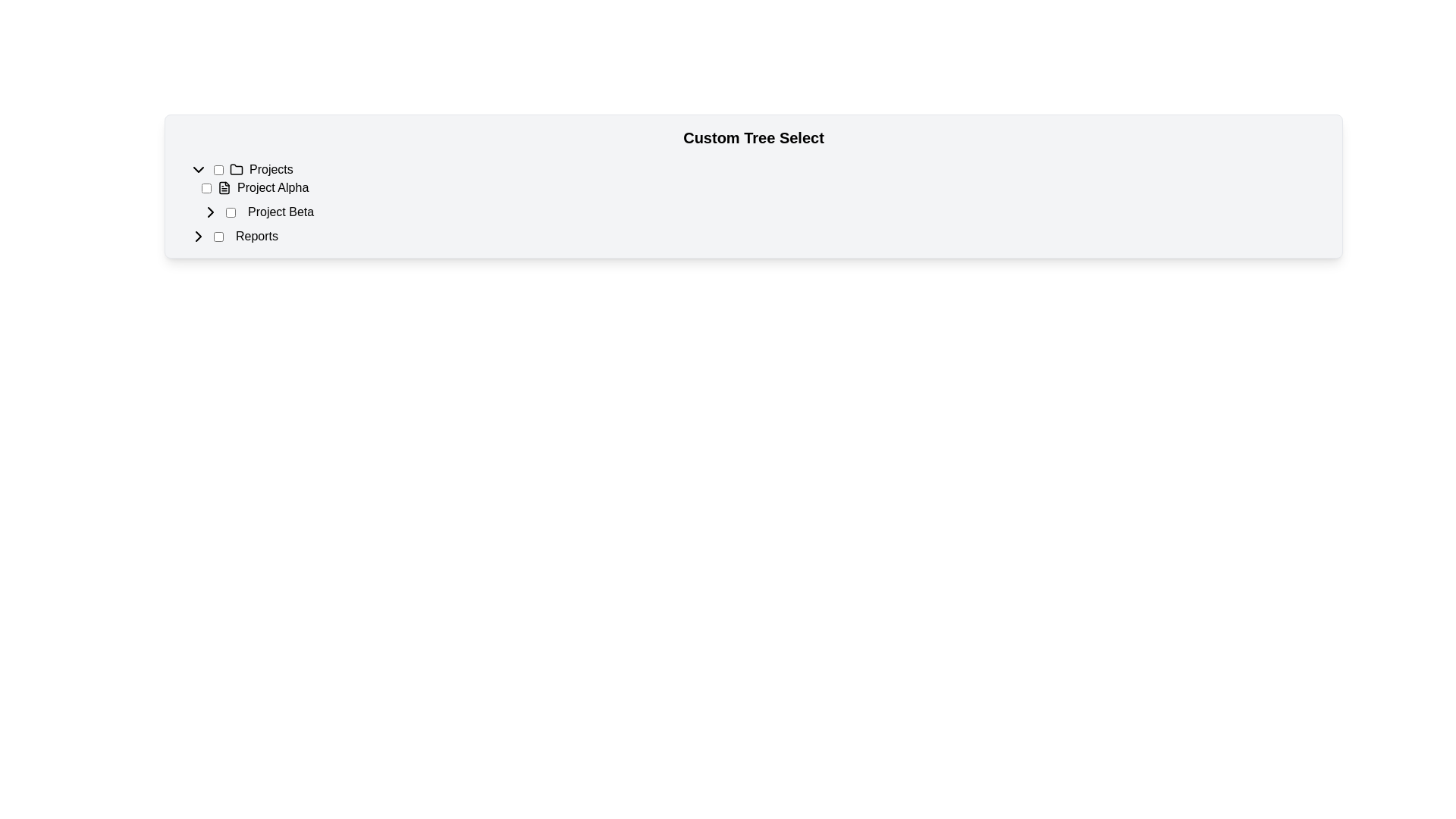 The height and width of the screenshot is (819, 1456). Describe the element at coordinates (210, 212) in the screenshot. I see `the rightward-pointing chevron icon located adjacent to the text 'Project Beta'` at that location.